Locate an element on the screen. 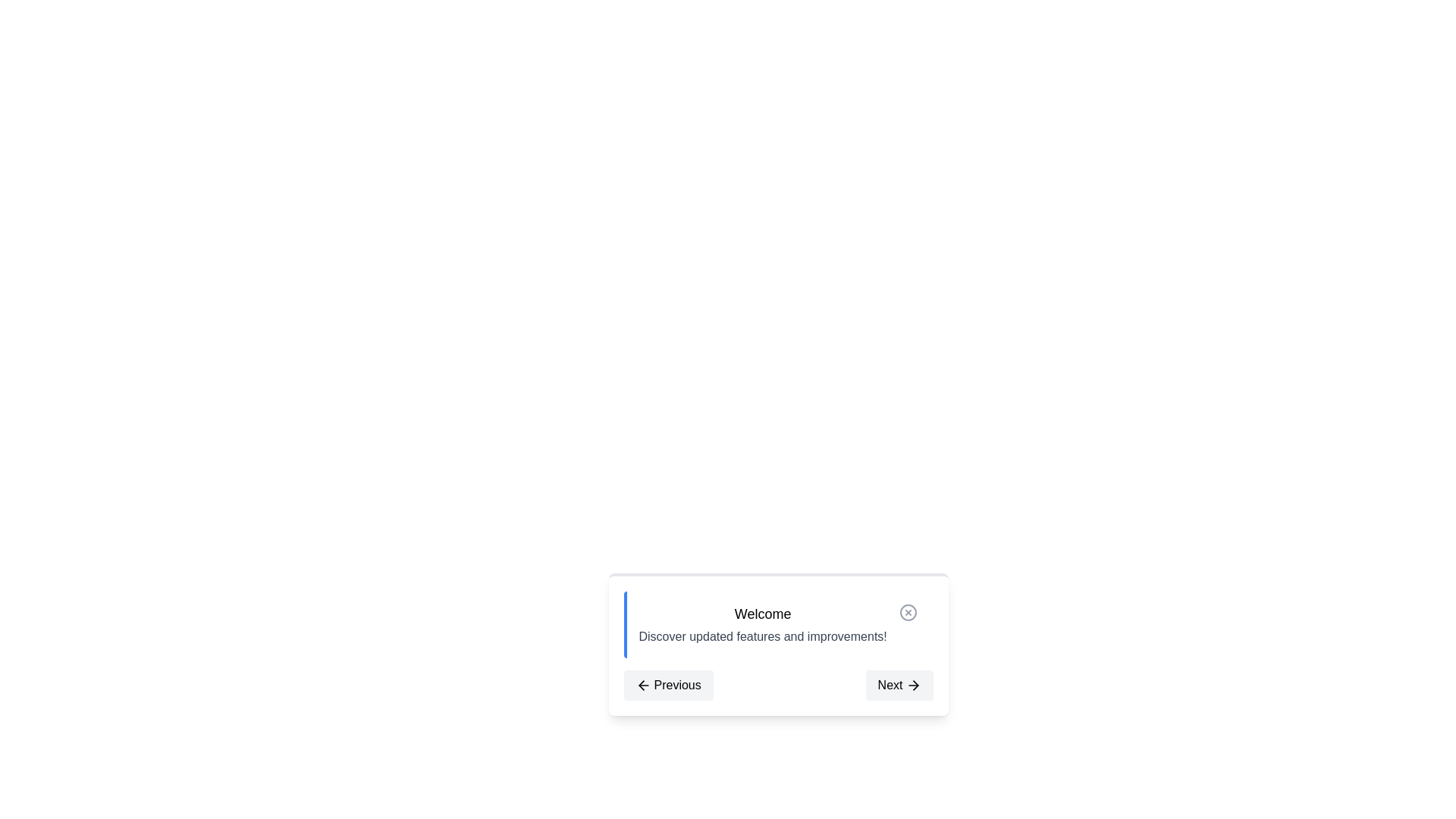 This screenshot has height=819, width=1456. the text label that says 'Next', which is located in the center of the button labeled 'Next' is located at coordinates (890, 685).